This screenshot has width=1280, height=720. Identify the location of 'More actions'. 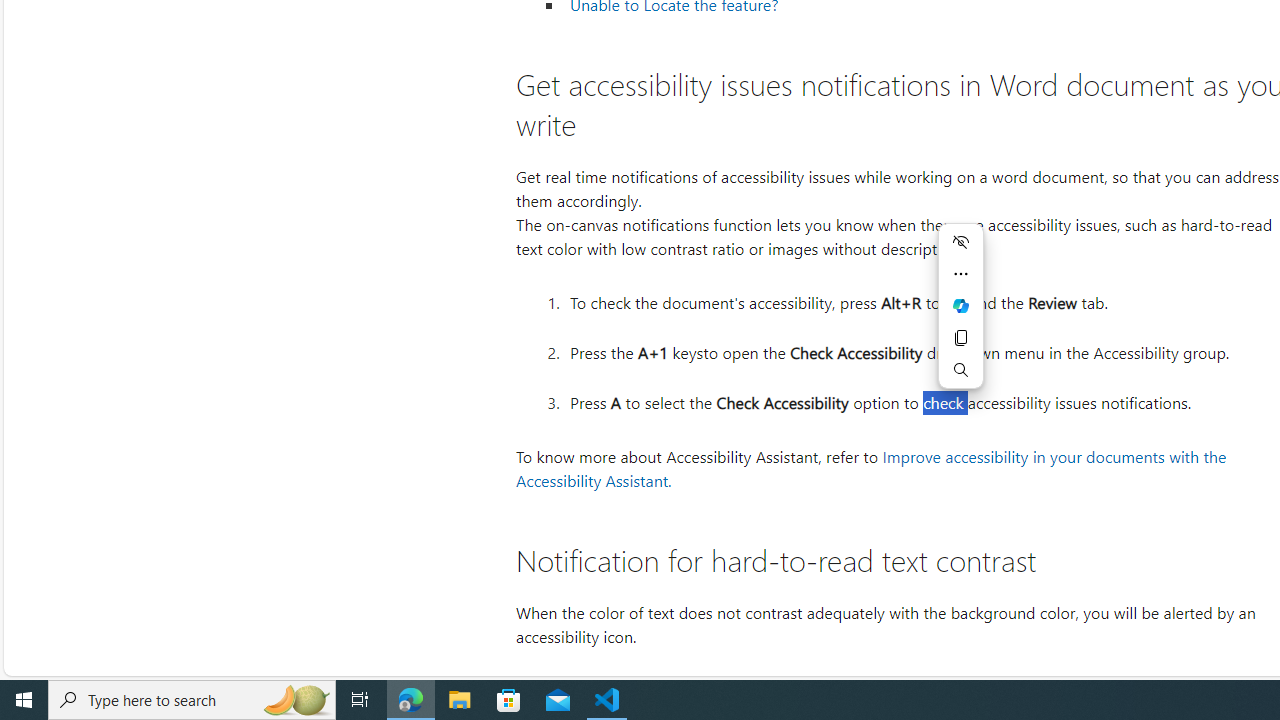
(961, 273).